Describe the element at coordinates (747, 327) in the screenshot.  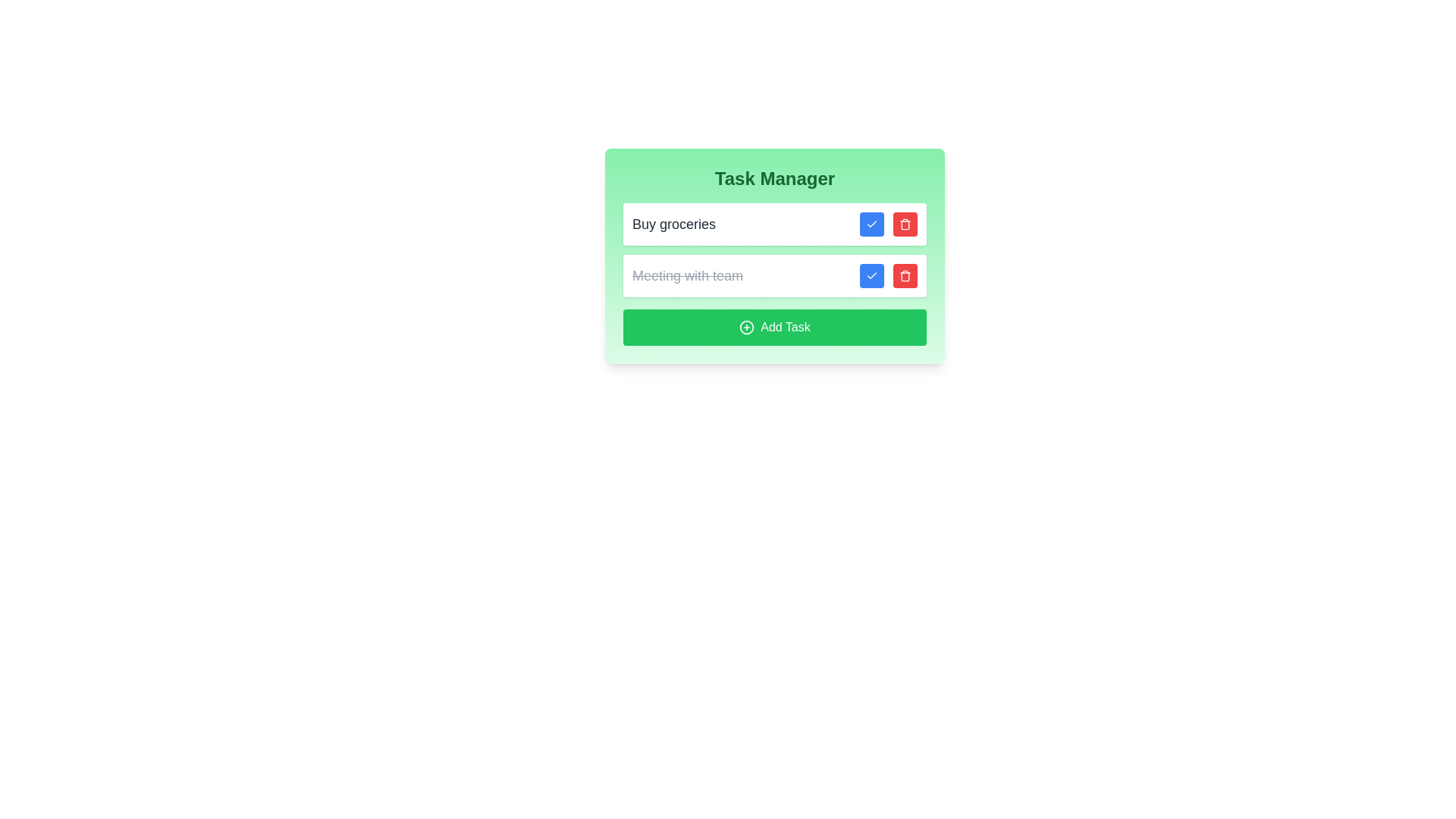
I see `the circular icon with a plus sign inside it, which is located within the 'Add Task' button at the left side of the button text` at that location.